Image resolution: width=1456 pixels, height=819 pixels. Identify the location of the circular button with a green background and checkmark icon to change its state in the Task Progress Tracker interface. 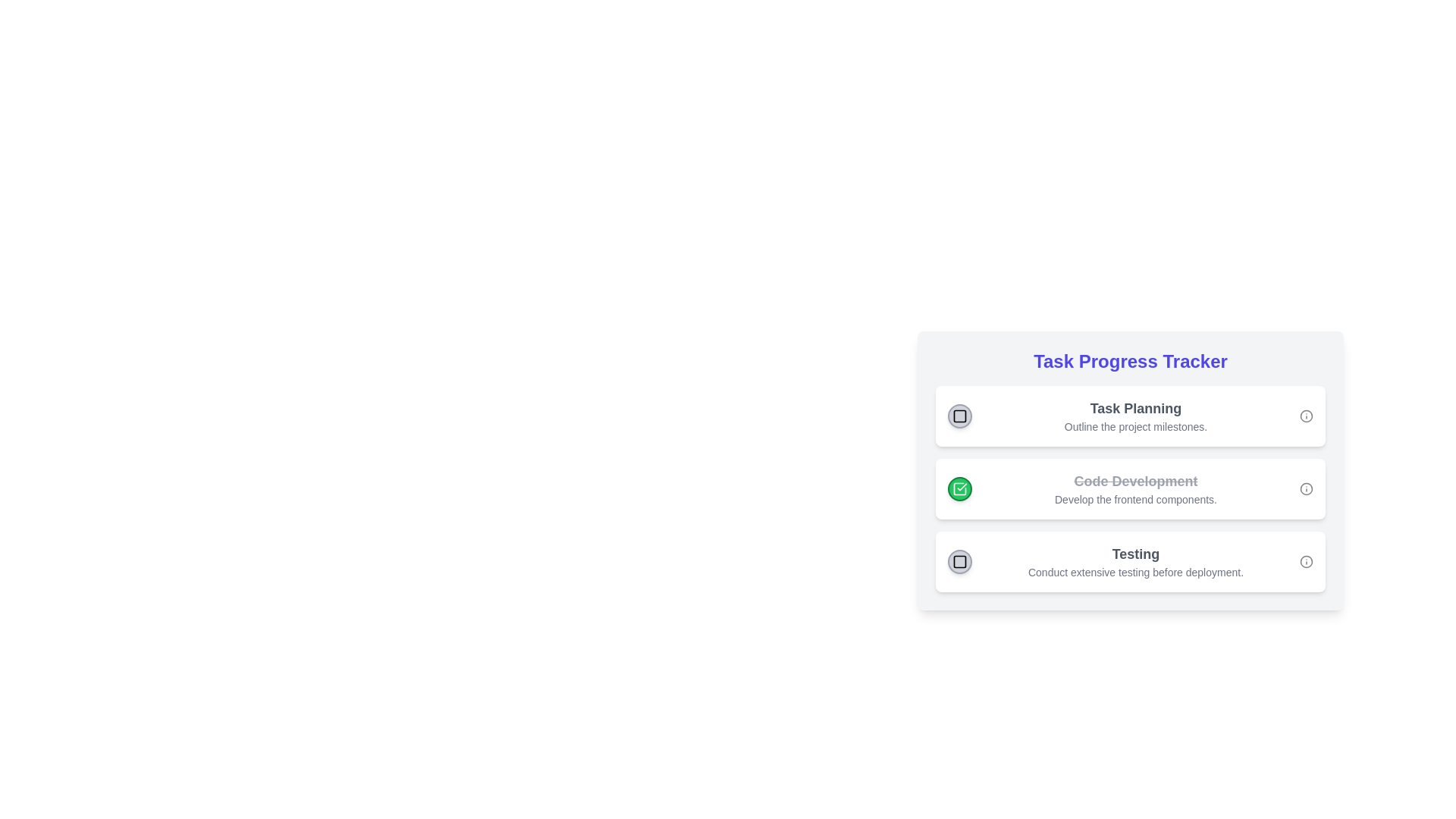
(959, 488).